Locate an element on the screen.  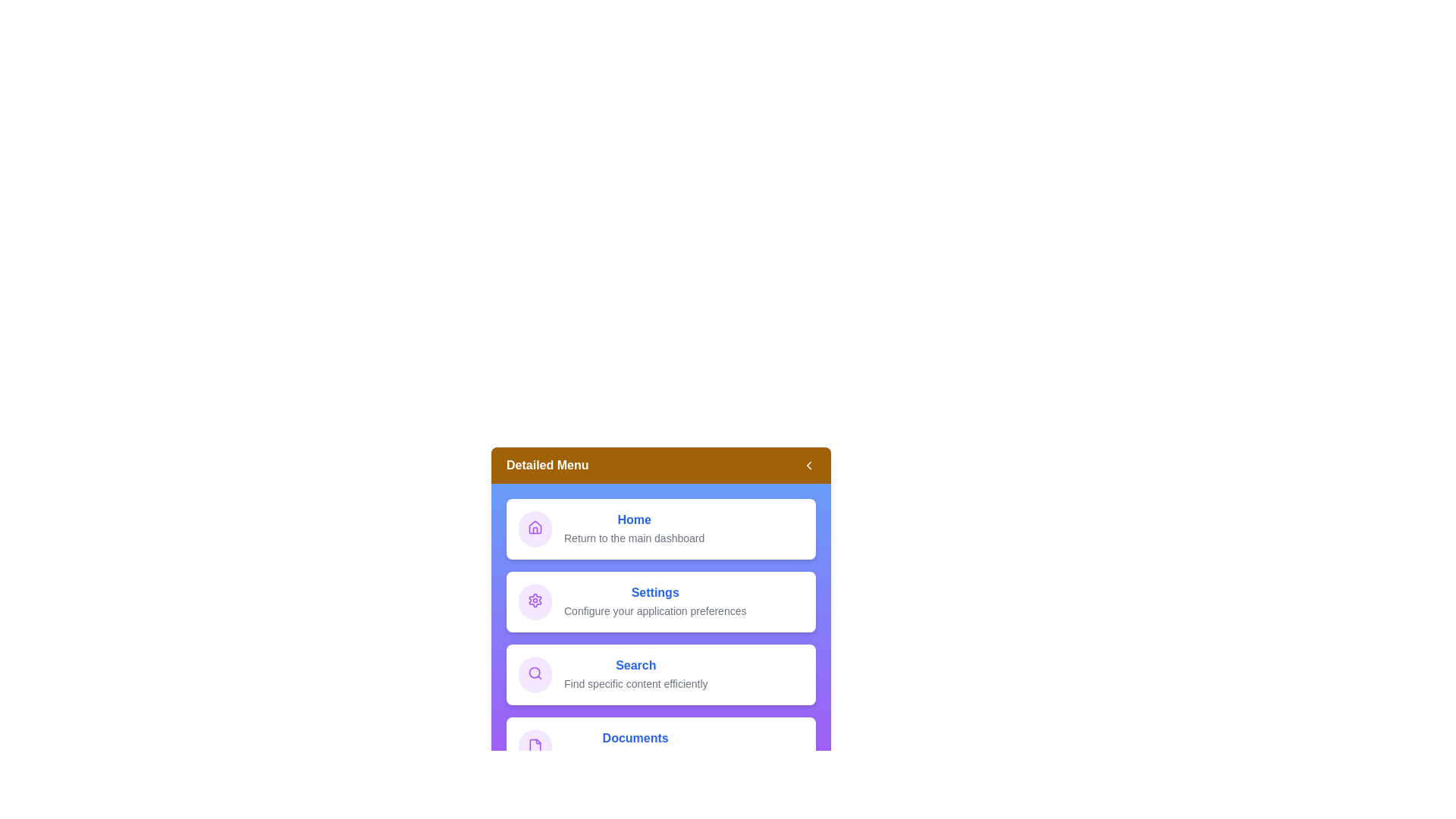
the icon corresponding to Documents in the menu is located at coordinates (535, 747).